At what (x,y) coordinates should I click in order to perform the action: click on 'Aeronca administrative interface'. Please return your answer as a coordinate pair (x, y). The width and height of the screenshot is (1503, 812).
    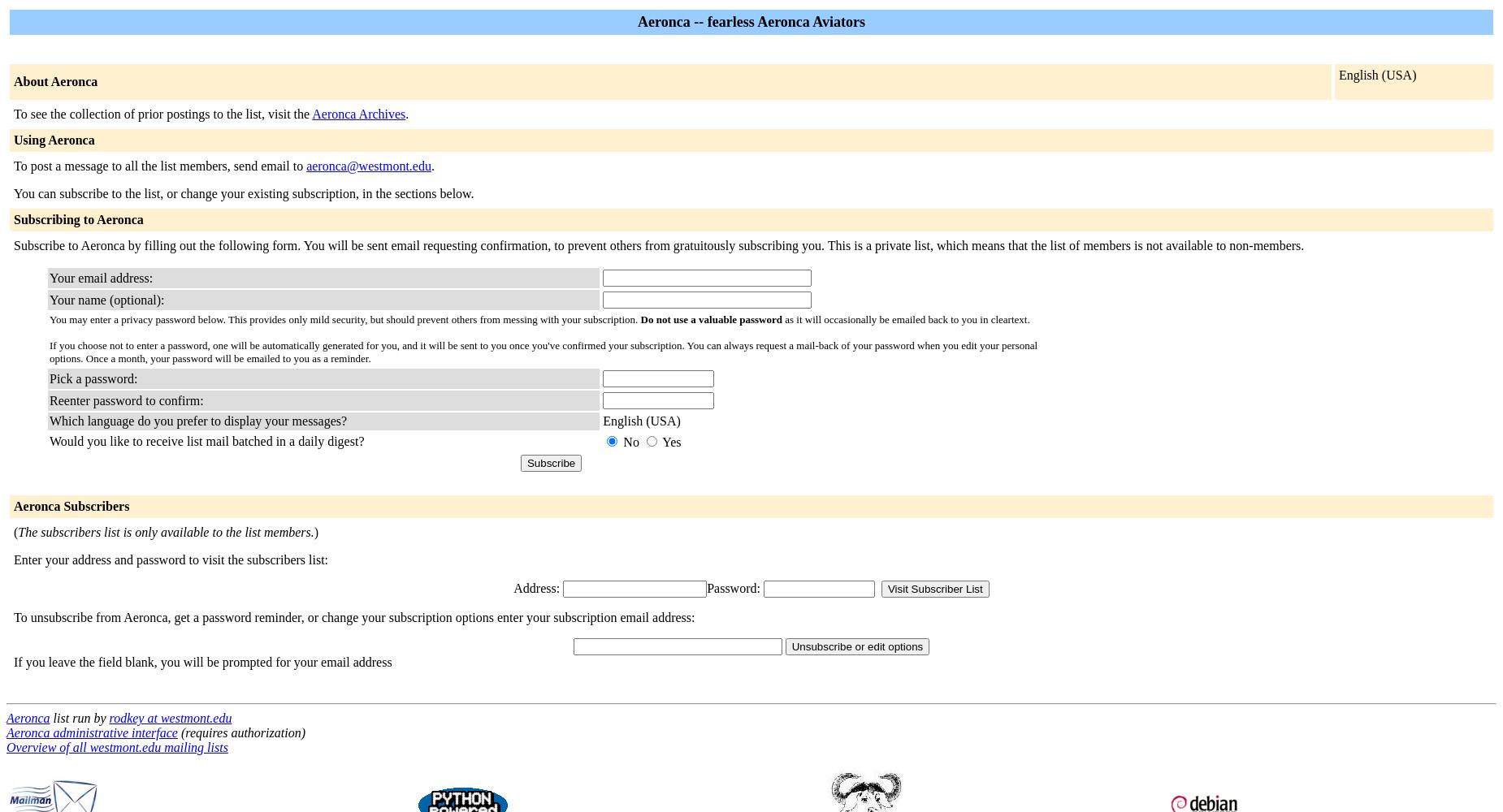
    Looking at the image, I should click on (91, 732).